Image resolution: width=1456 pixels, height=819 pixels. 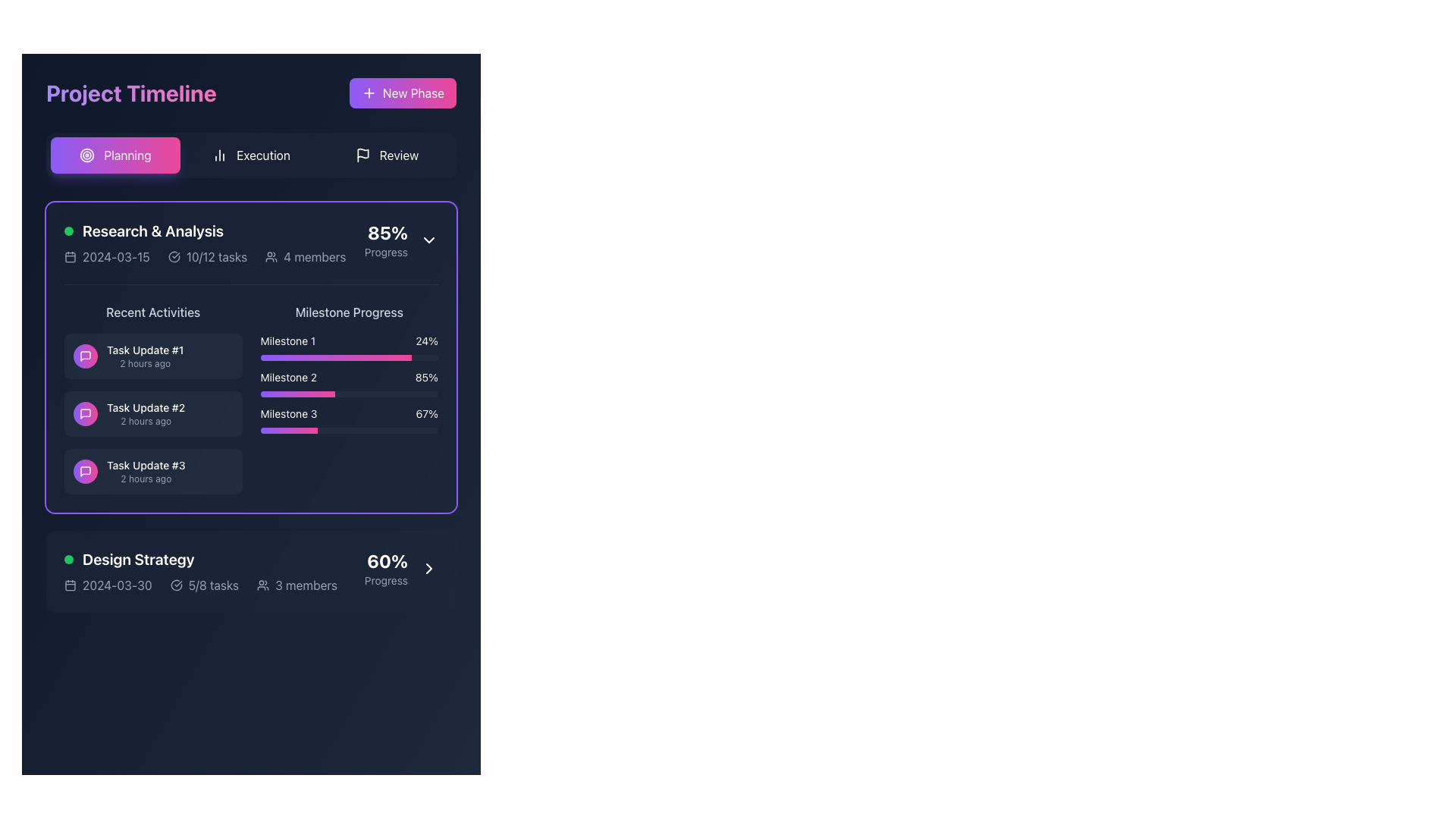 I want to click on date displayed as '2024-03-15' from the static text element with a calendar icon in the 'Research & Analysis' section, so click(x=106, y=256).